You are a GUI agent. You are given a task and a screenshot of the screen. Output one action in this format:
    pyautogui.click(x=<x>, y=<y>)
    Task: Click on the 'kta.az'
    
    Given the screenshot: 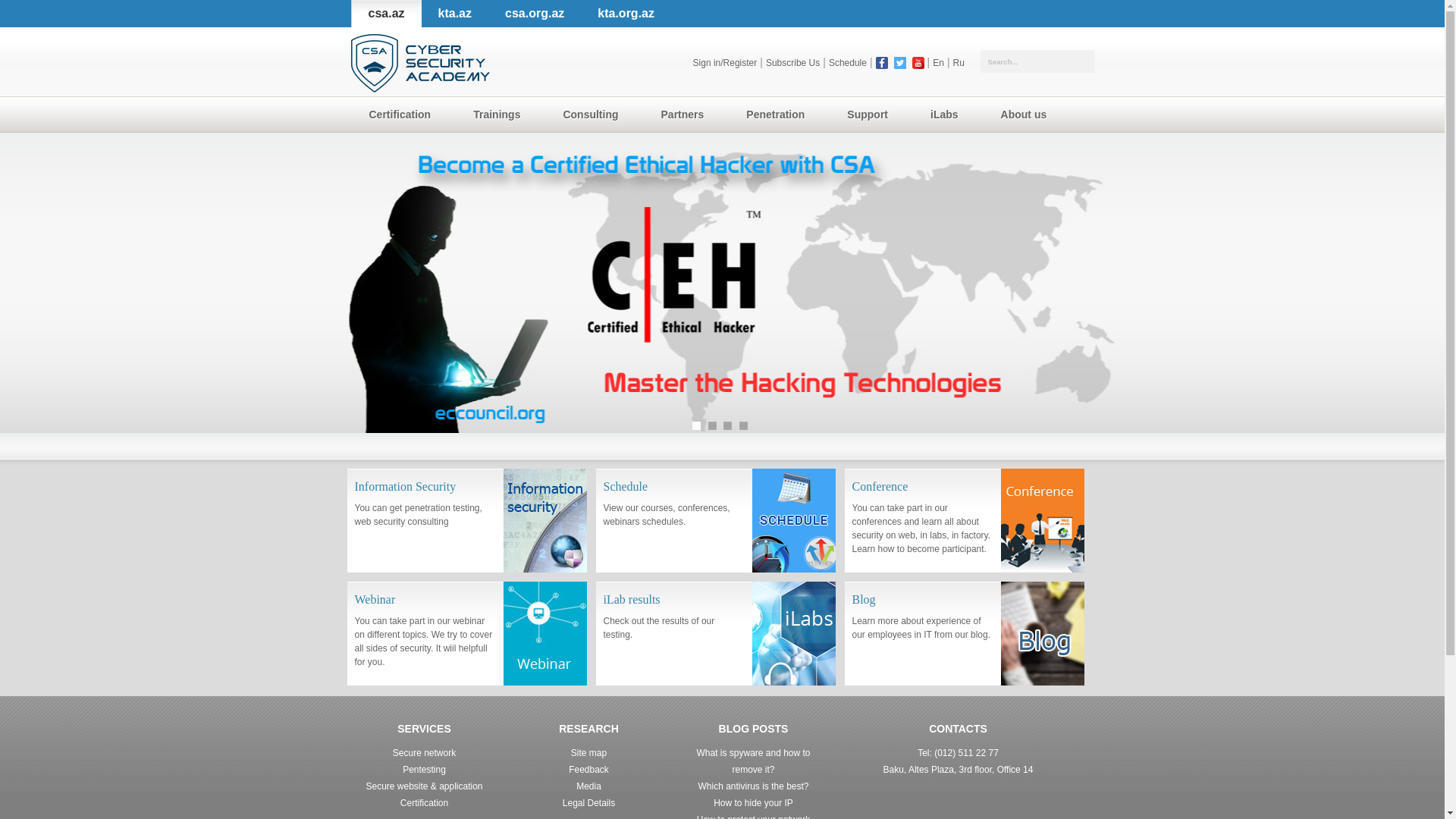 What is the action you would take?
    pyautogui.click(x=454, y=14)
    